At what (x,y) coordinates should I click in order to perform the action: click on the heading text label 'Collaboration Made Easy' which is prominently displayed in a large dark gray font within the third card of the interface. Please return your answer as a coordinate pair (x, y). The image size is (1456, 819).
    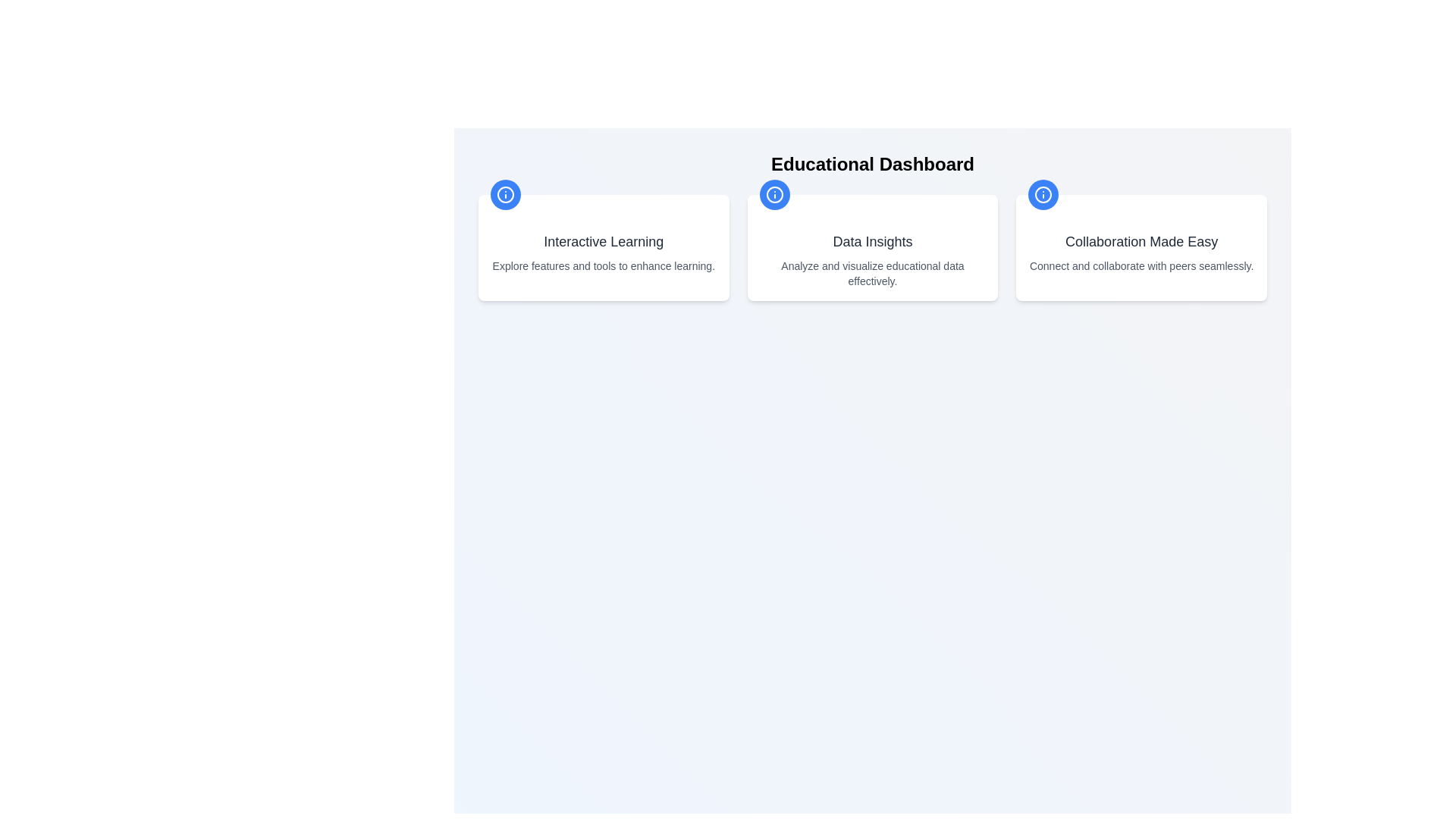
    Looking at the image, I should click on (1141, 241).